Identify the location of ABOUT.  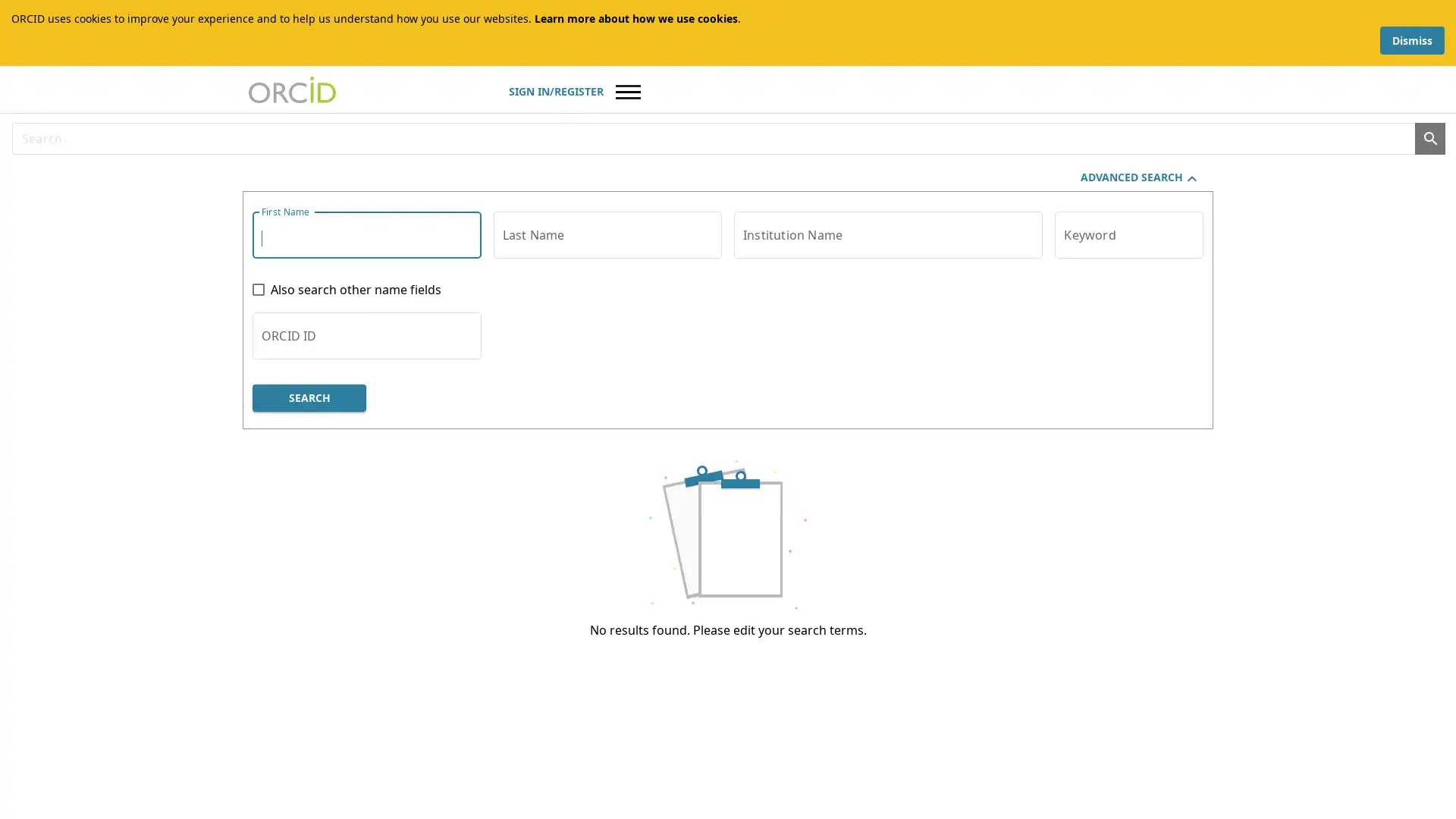
(280, 171).